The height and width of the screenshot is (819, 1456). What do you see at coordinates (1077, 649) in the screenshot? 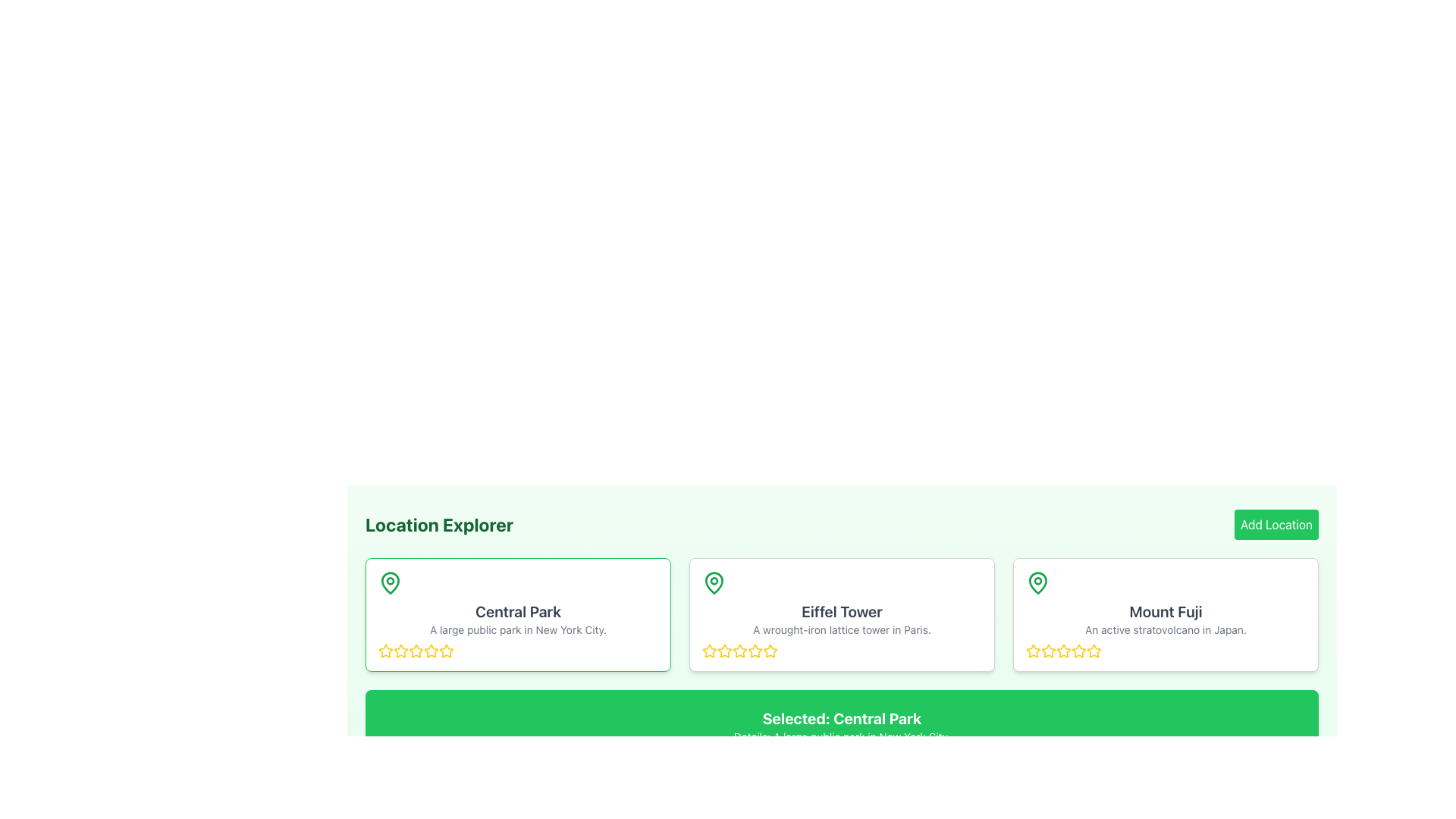
I see `the third star rating icon filled with yellow color` at bounding box center [1077, 649].